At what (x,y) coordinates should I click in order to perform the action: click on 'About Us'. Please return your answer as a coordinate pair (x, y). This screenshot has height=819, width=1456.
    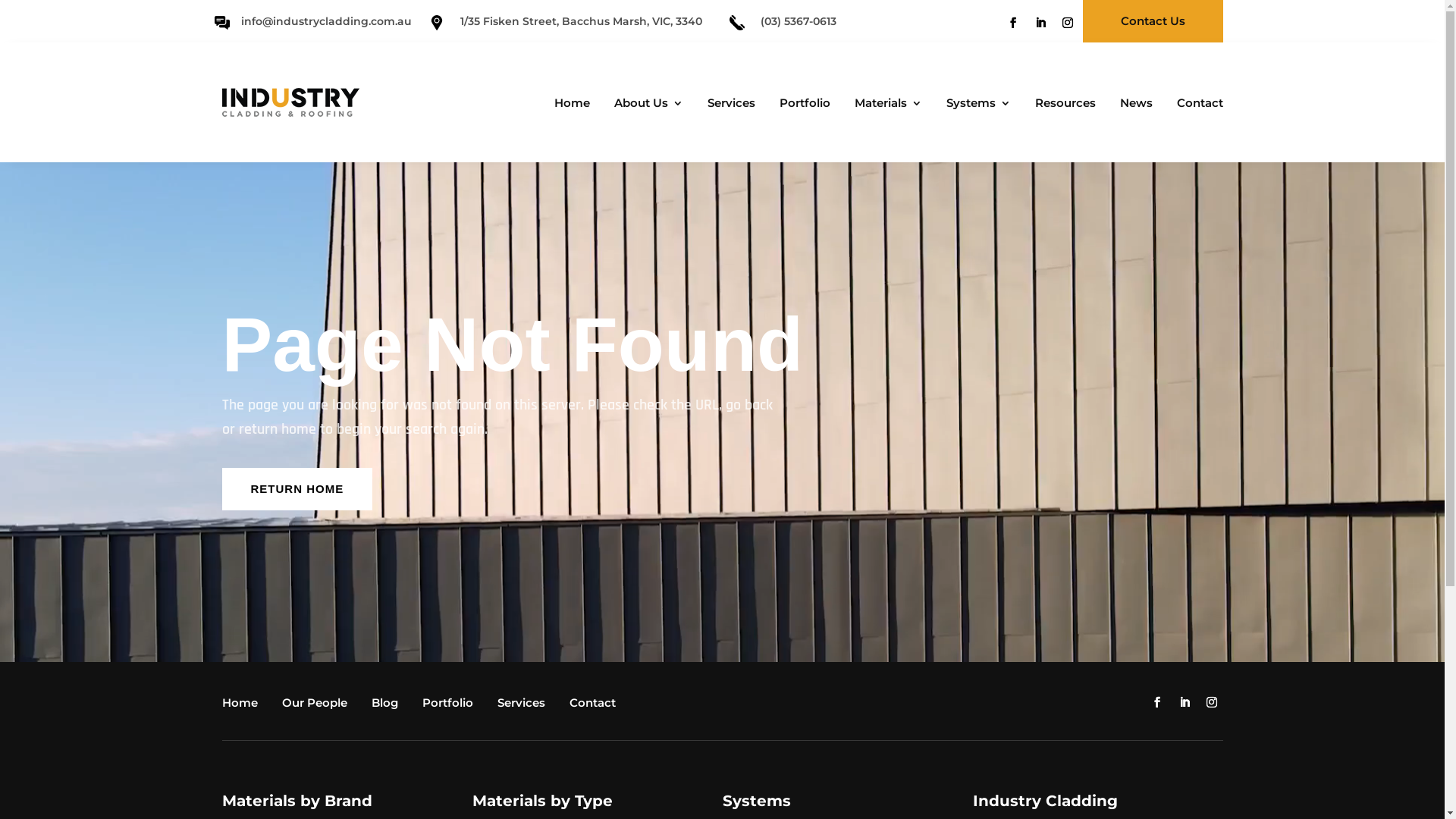
    Looking at the image, I should click on (645, 104).